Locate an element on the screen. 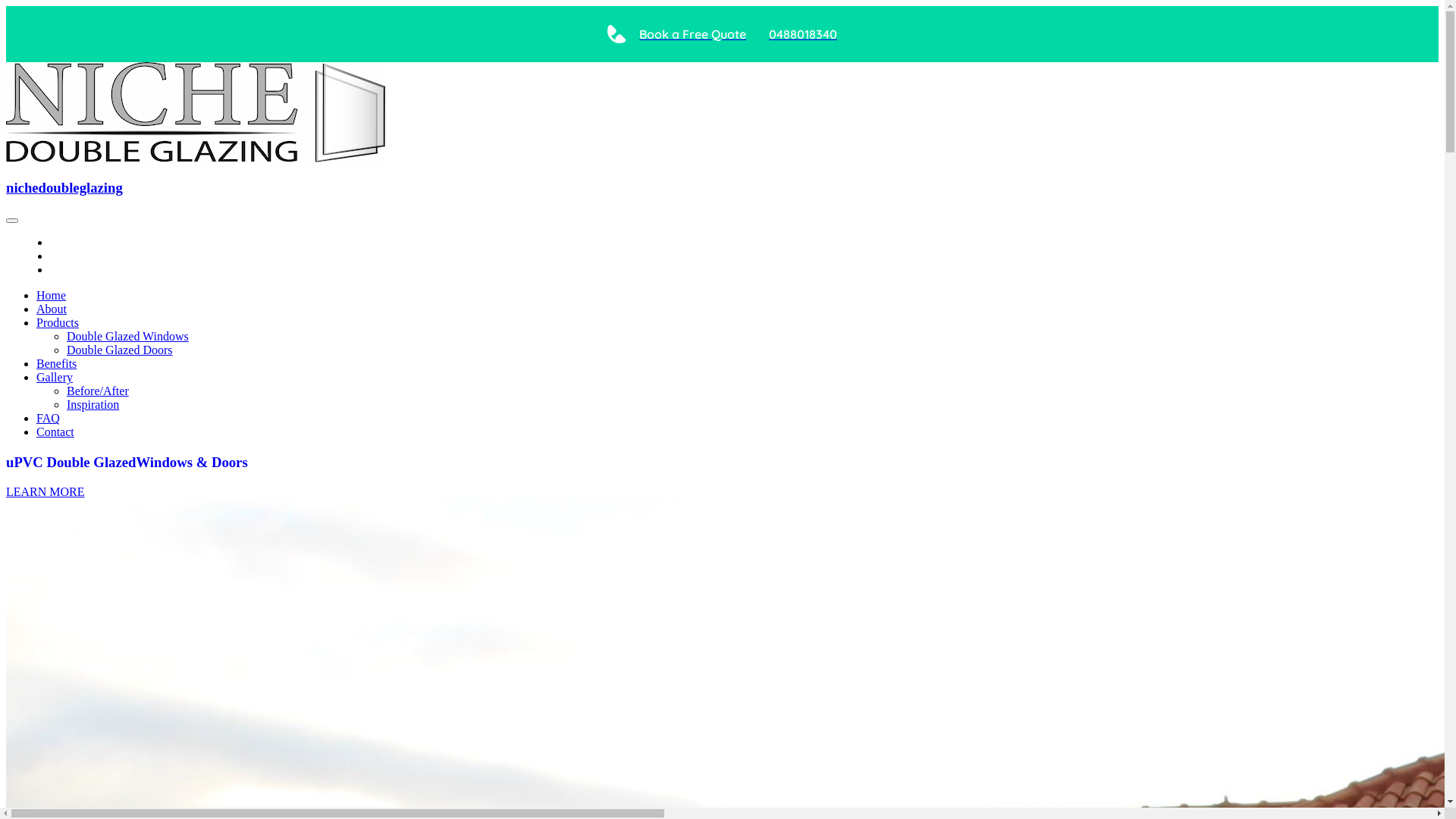 The height and width of the screenshot is (819, 1456). 'Book a Free Quote is located at coordinates (721, 34).